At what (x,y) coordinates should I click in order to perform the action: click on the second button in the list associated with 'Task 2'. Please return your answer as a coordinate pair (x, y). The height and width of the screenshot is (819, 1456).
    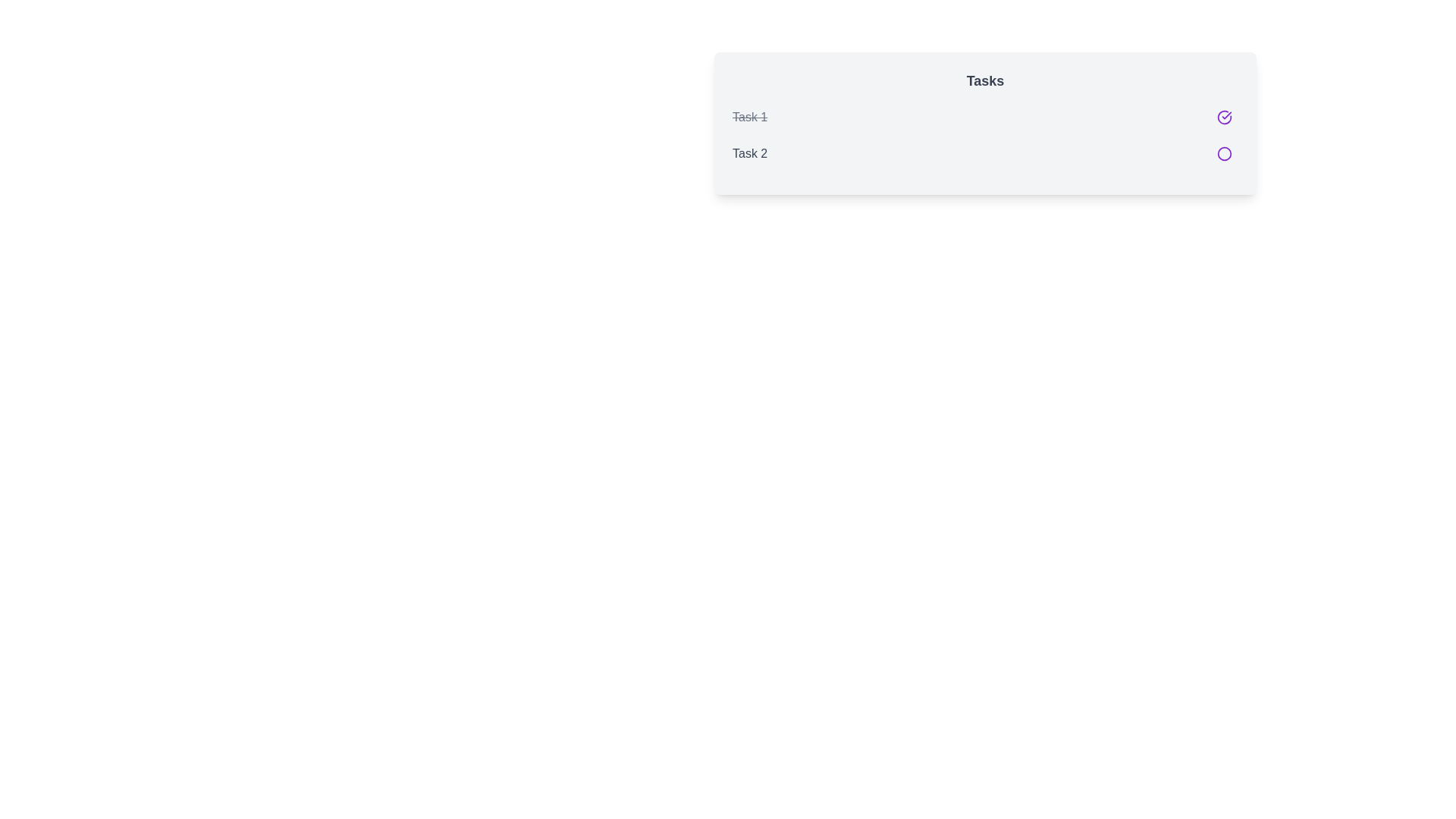
    Looking at the image, I should click on (1224, 154).